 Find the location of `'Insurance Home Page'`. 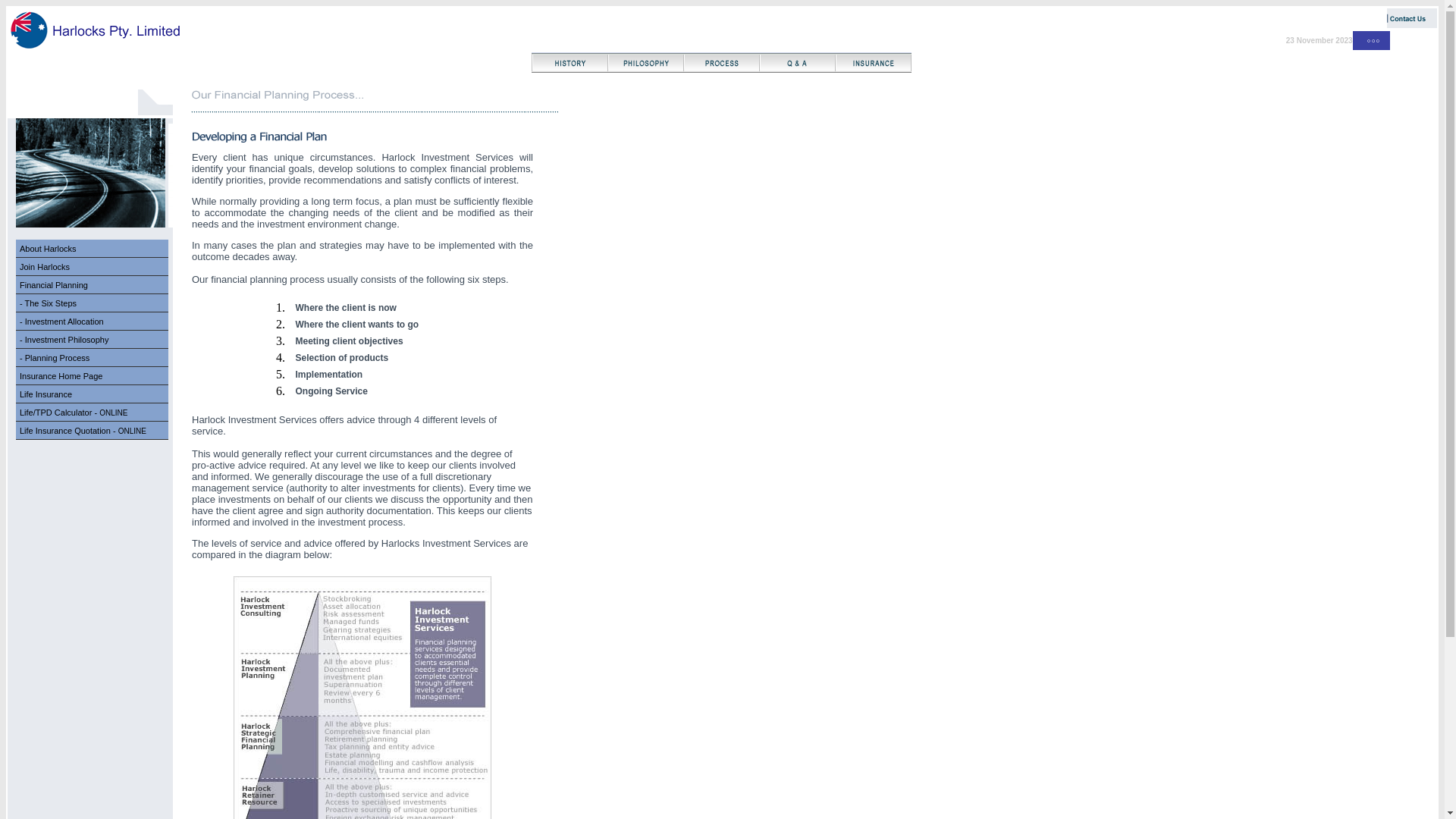

'Insurance Home Page' is located at coordinates (91, 375).